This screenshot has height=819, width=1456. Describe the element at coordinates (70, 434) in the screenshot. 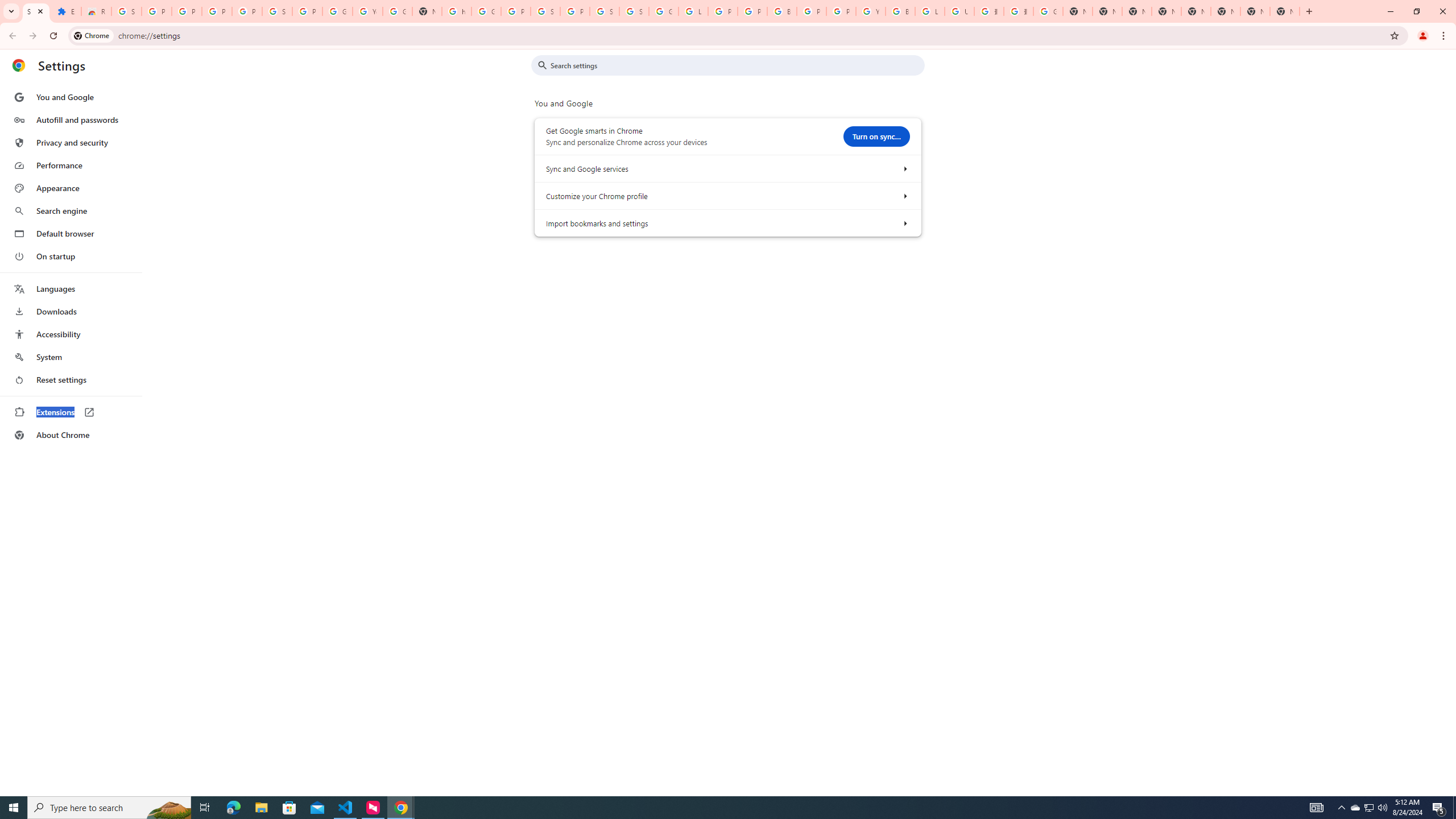

I see `'About Chrome'` at that location.